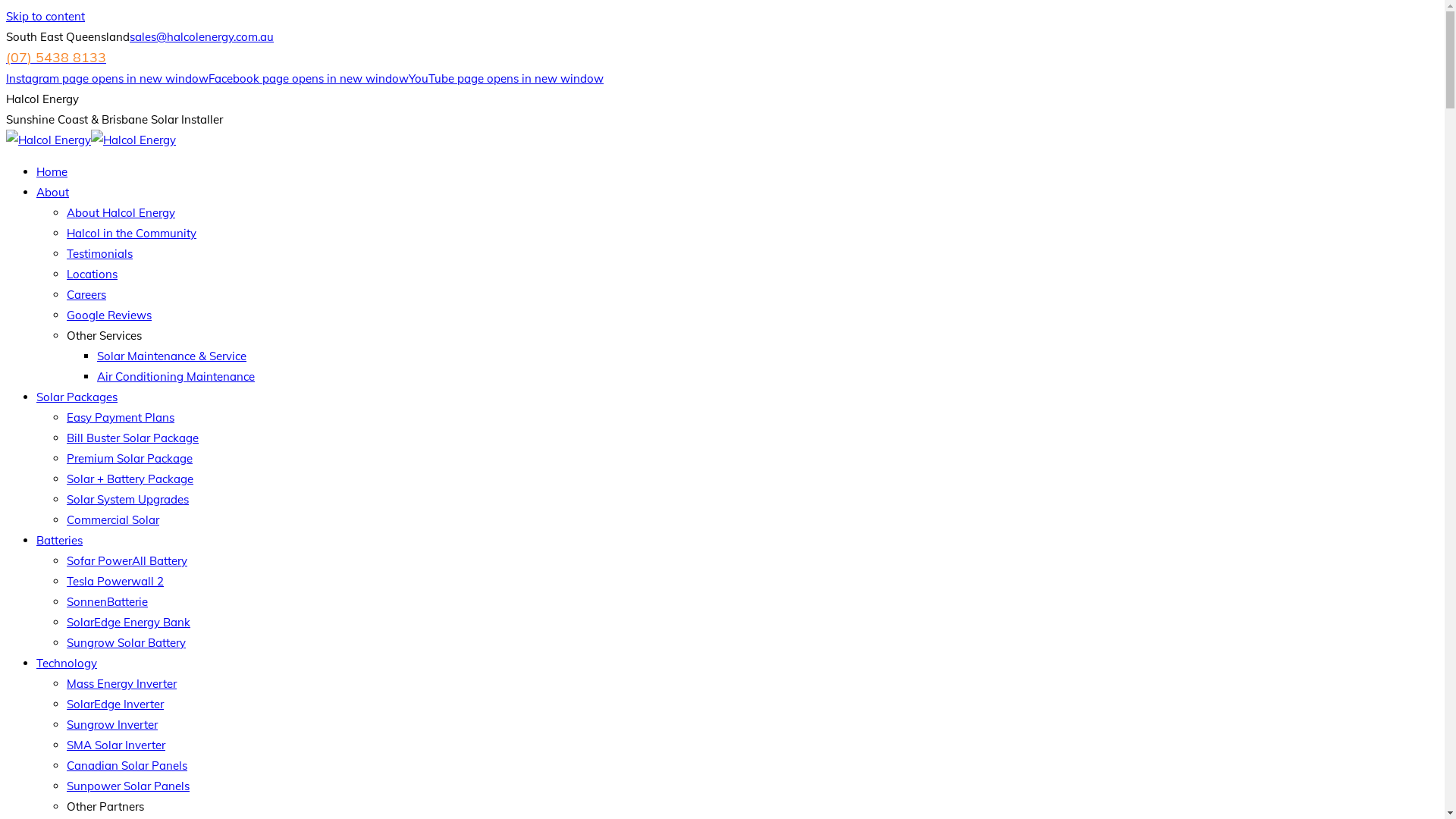  What do you see at coordinates (127, 765) in the screenshot?
I see `'Canadian Solar Panels'` at bounding box center [127, 765].